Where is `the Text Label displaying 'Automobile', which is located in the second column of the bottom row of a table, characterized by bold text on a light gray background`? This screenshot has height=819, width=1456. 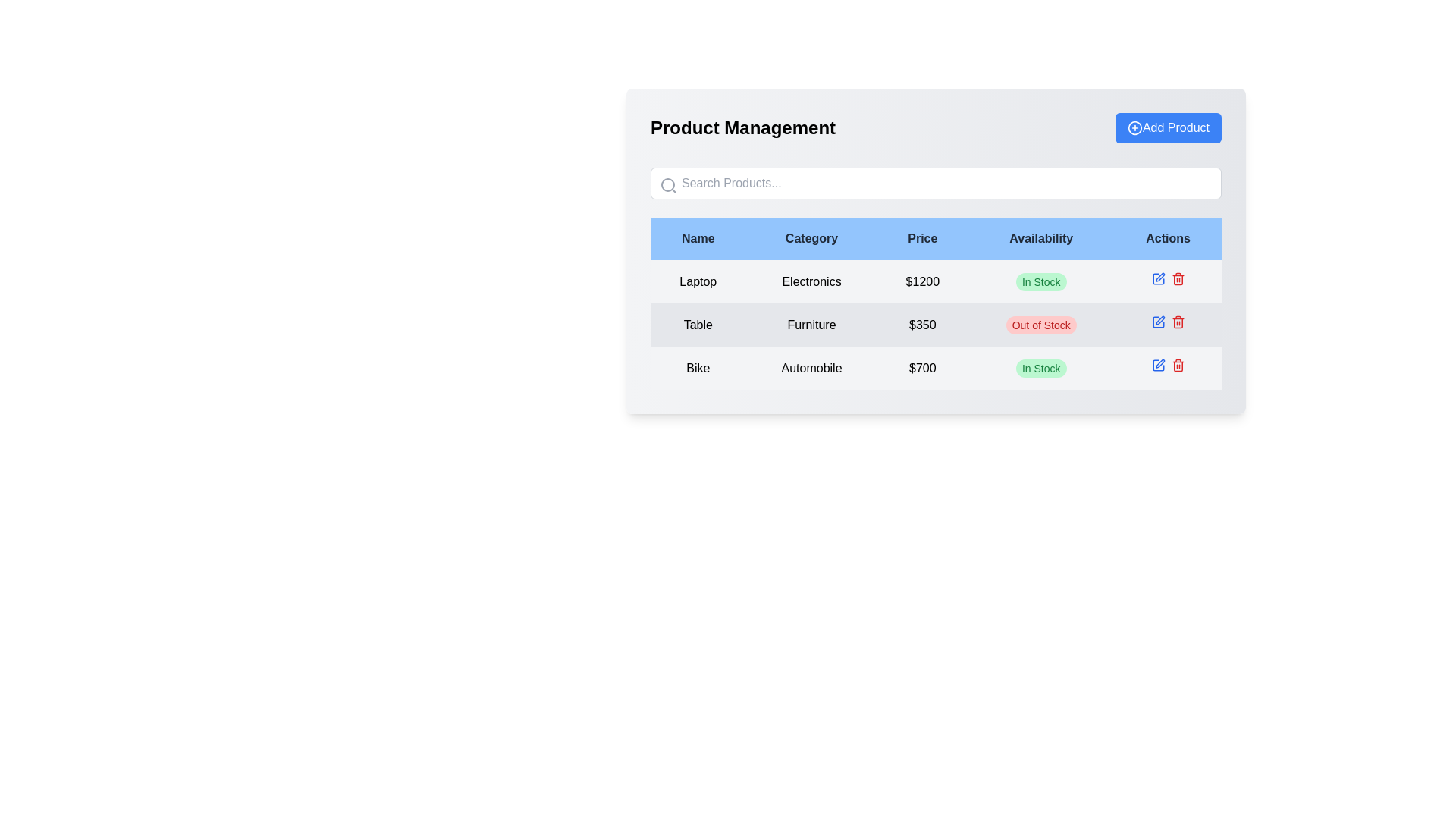
the Text Label displaying 'Automobile', which is located in the second column of the bottom row of a table, characterized by bold text on a light gray background is located at coordinates (811, 368).